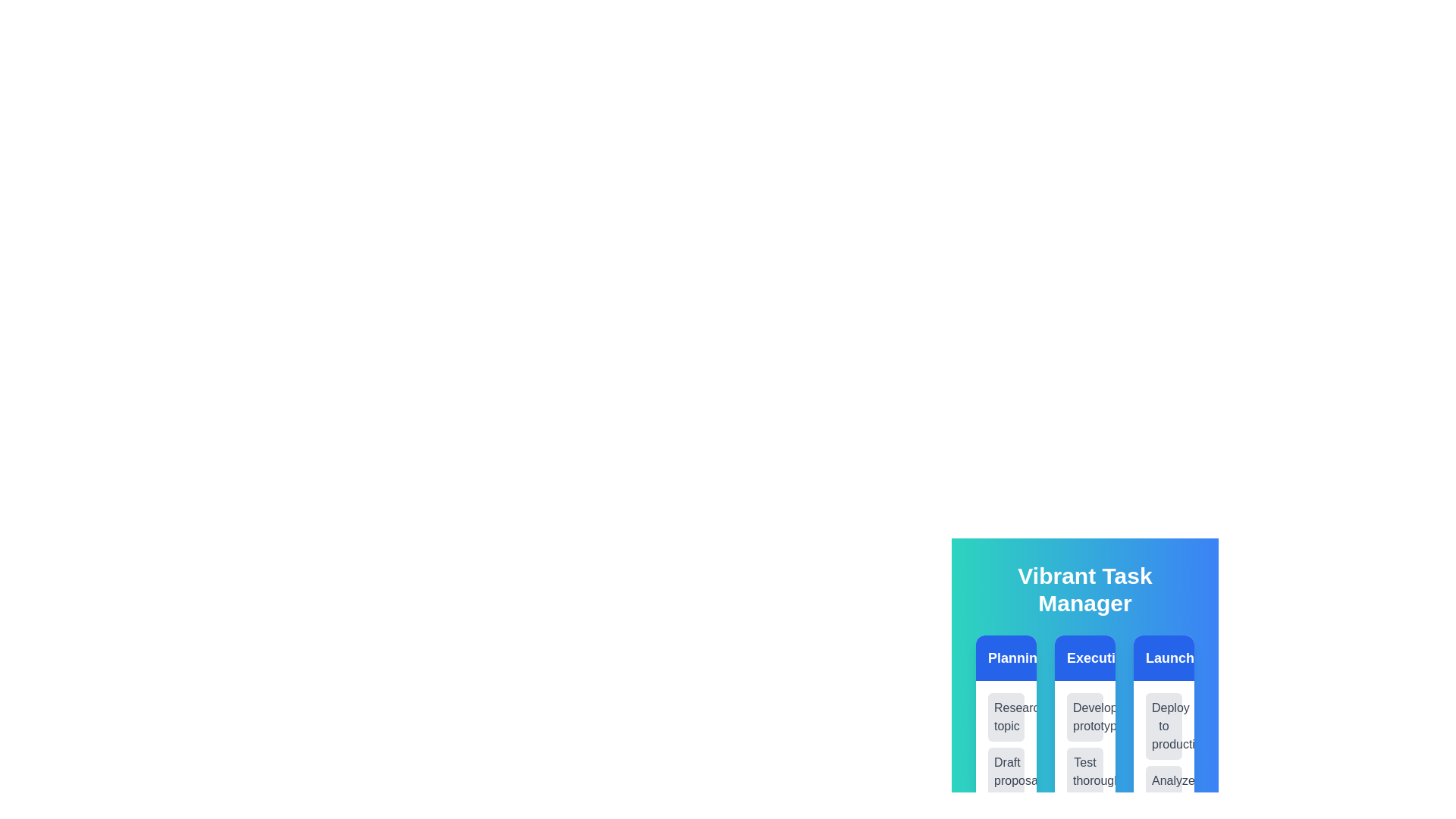  Describe the element at coordinates (1006, 717) in the screenshot. I see `the label element that describes a specific task within the 'Planning' section, located above the 'Draft proposal' and below the title area` at that location.